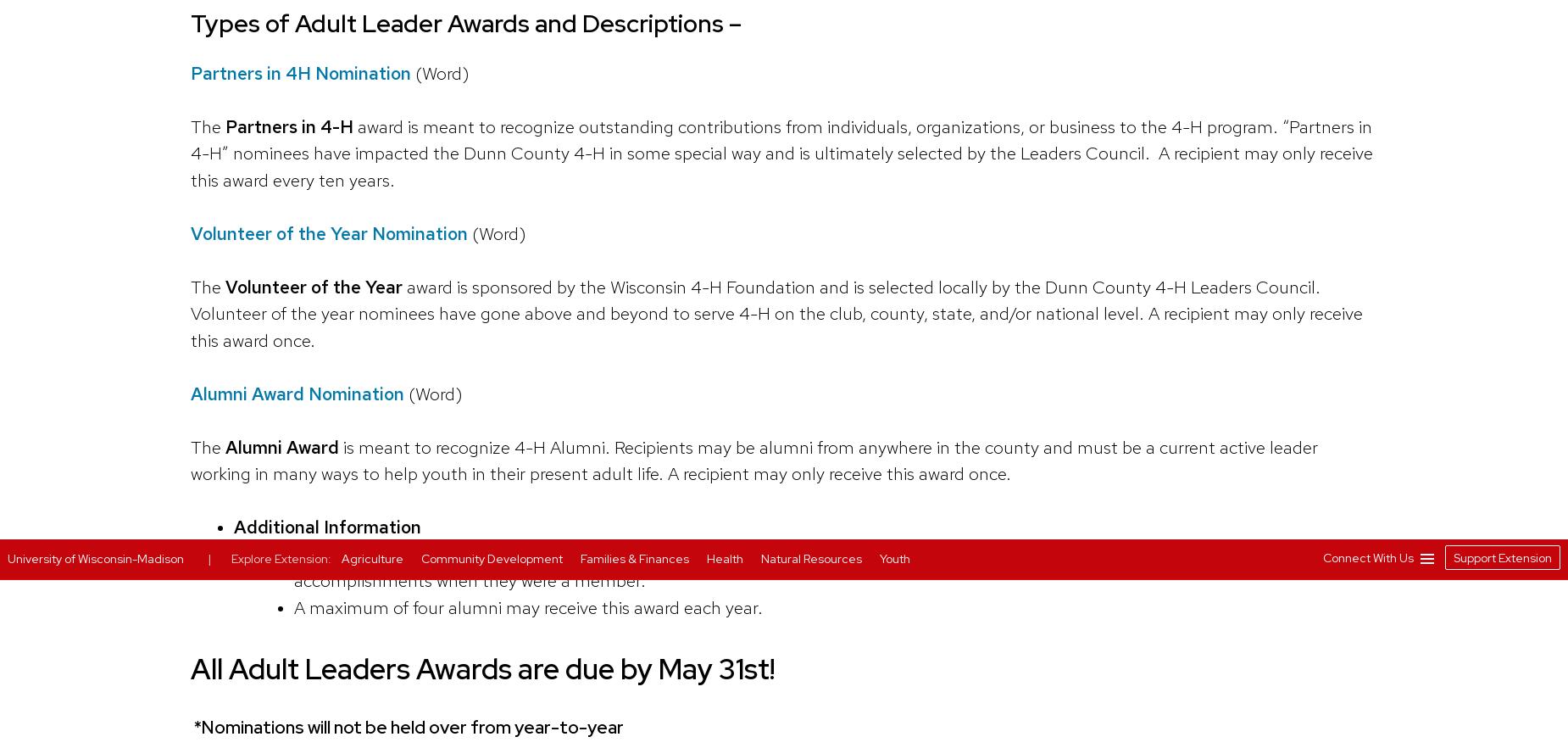 The width and height of the screenshot is (1568, 748). What do you see at coordinates (1017, 66) in the screenshot?
I see `'© 2023 The Board of Regents of the University of Wisconsin System'` at bounding box center [1017, 66].